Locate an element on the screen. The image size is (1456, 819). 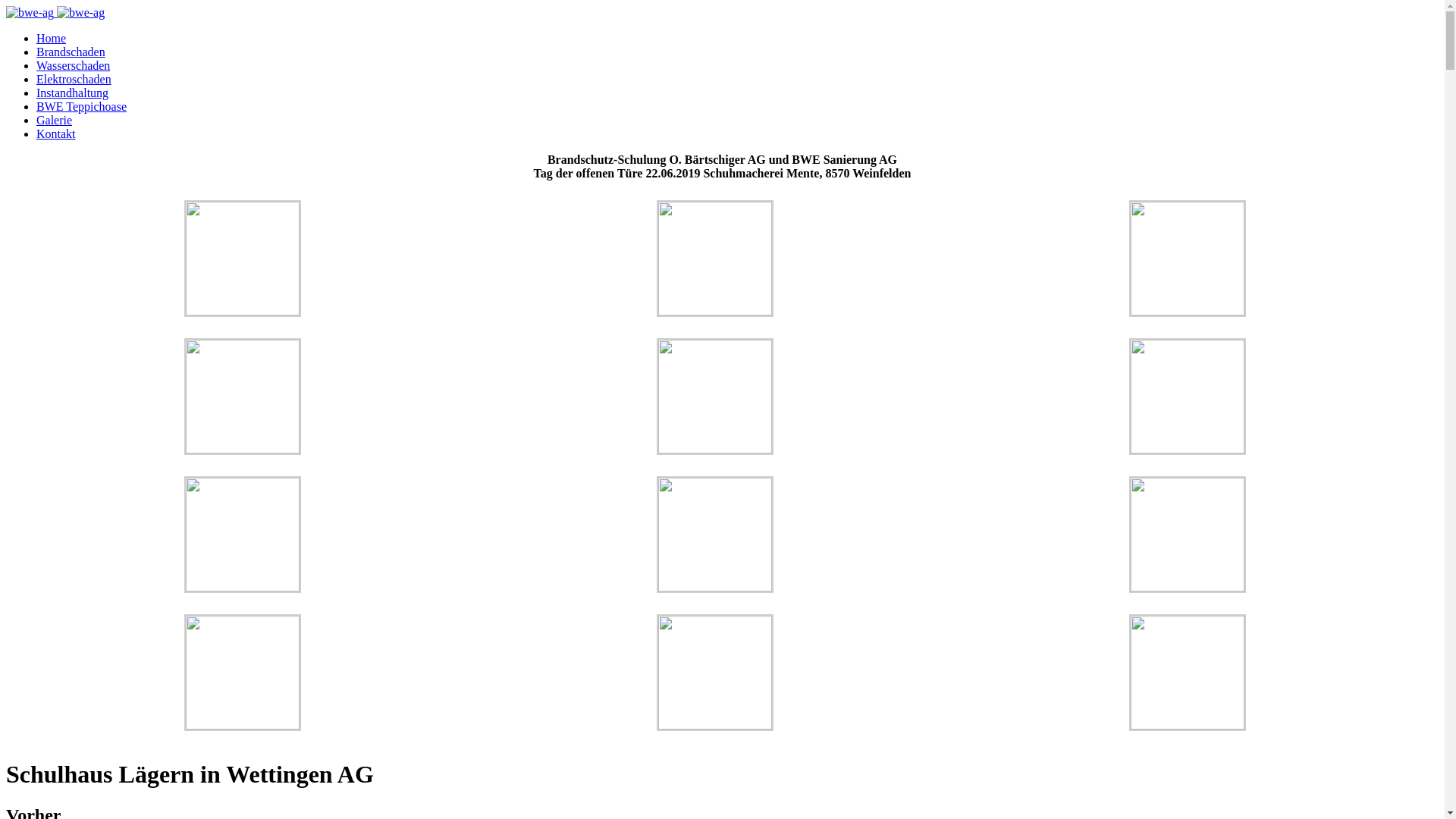
'Home' is located at coordinates (51, 37).